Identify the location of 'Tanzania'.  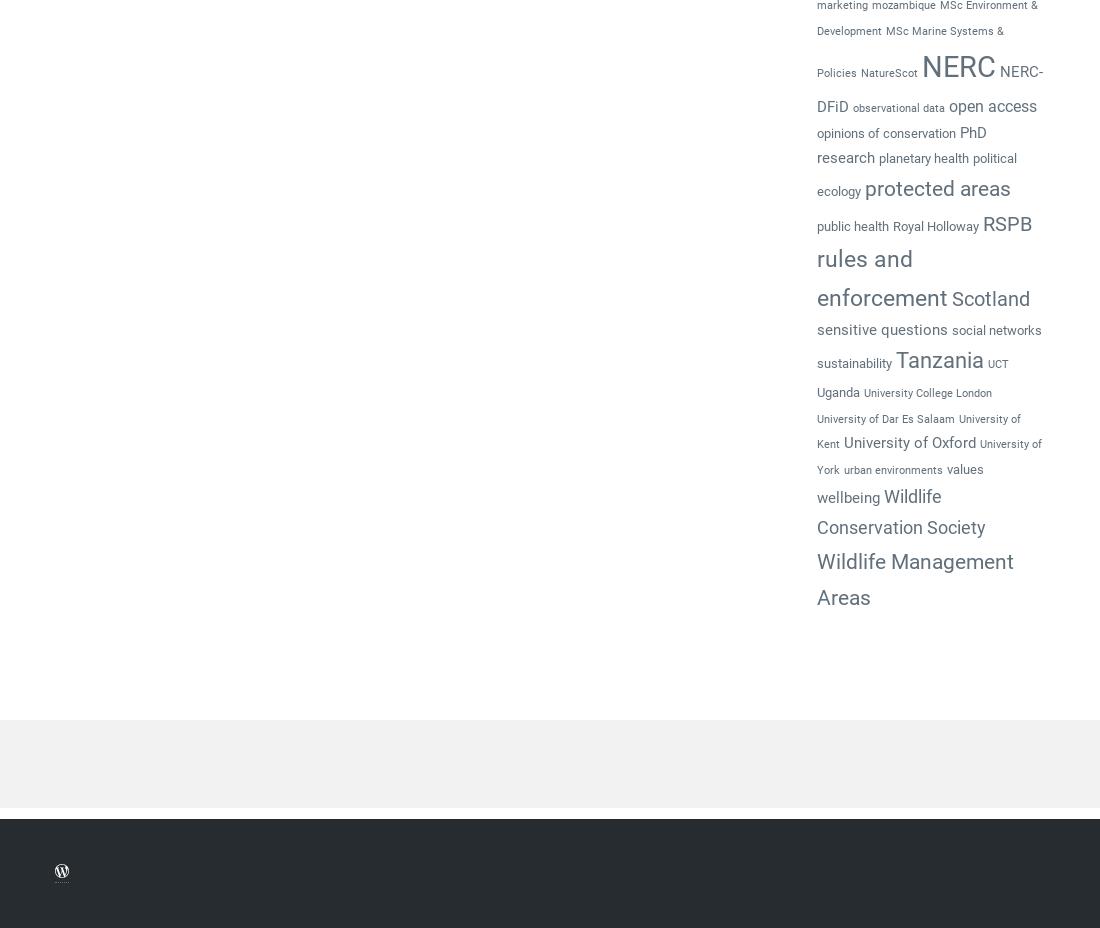
(939, 360).